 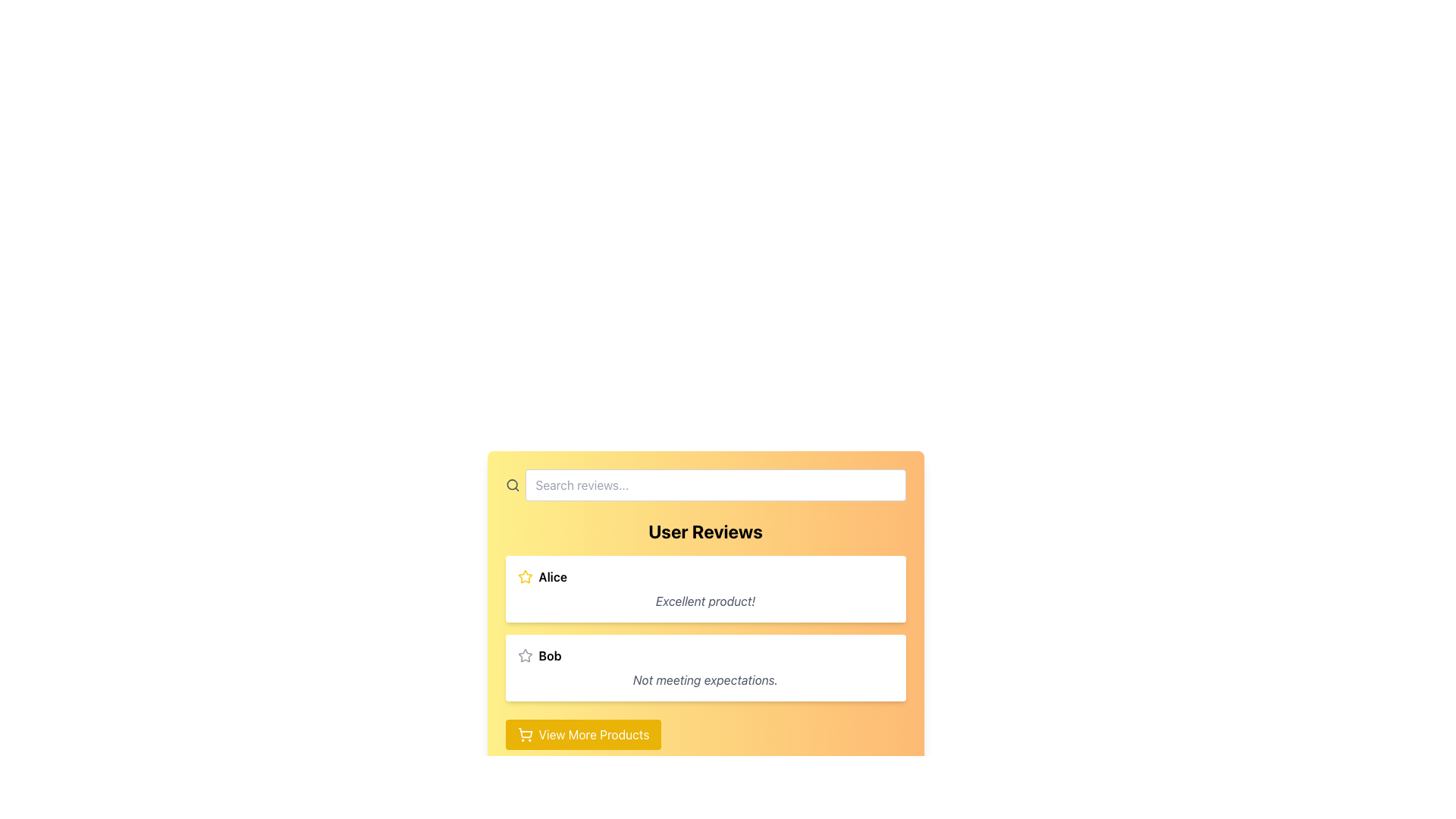 I want to click on the user review text element located under the star icon and the username 'Alice' in the first review card, so click(x=704, y=601).